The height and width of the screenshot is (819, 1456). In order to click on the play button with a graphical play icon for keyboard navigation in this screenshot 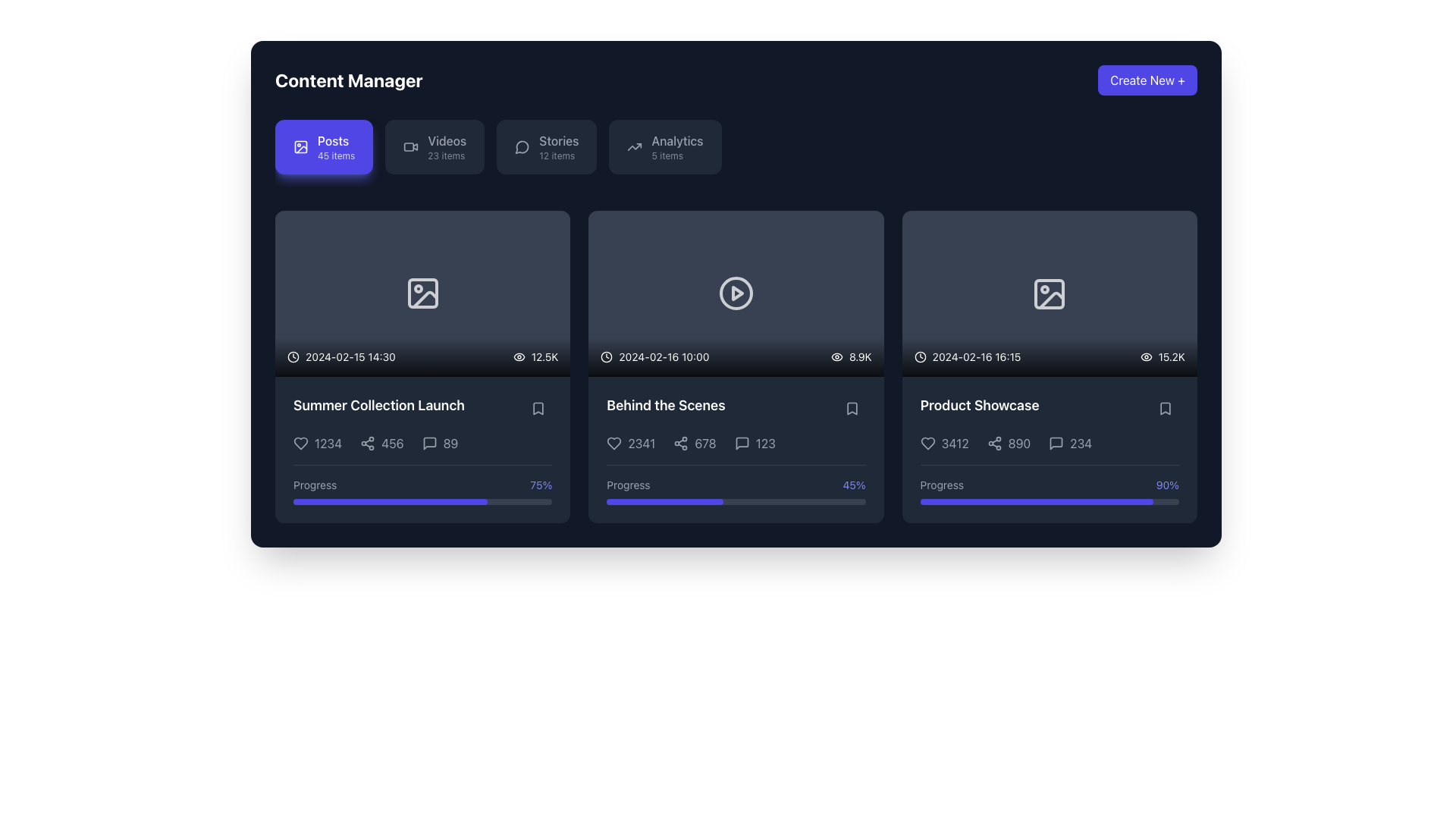, I will do `click(736, 293)`.